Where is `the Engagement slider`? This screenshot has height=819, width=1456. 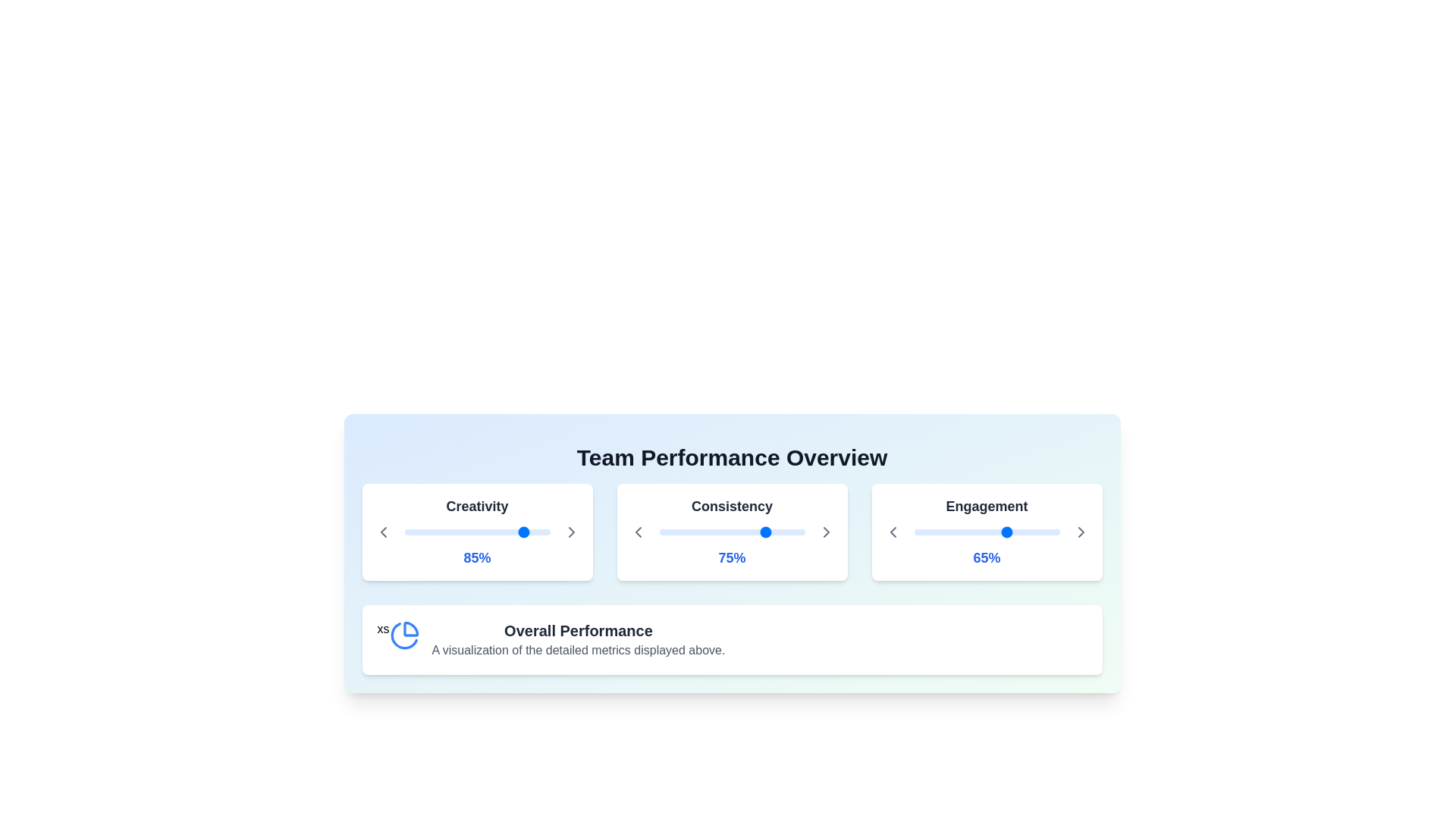
the Engagement slider is located at coordinates (1028, 532).